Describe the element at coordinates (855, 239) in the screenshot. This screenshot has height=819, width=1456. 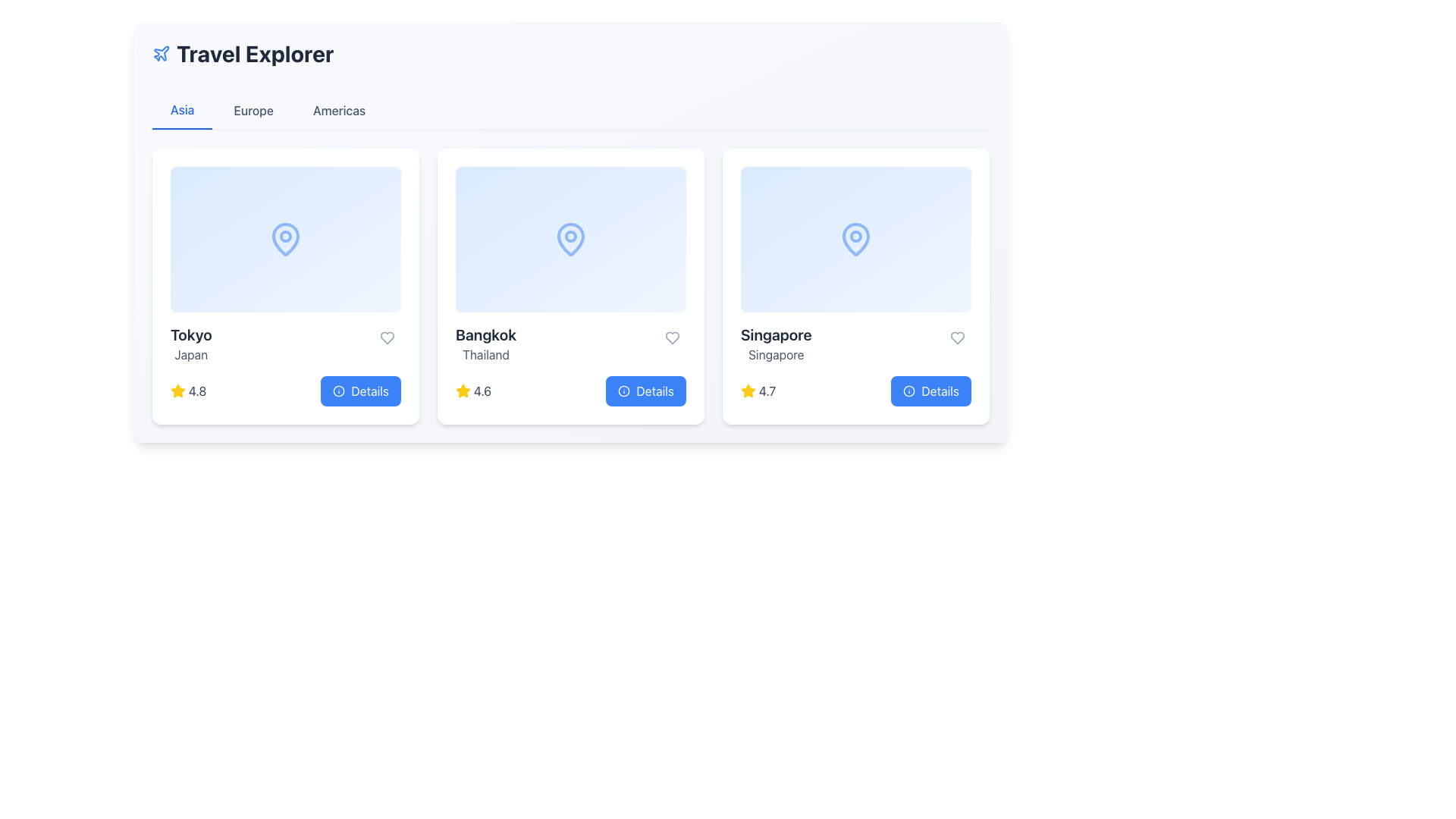
I see `the location marker icon located within the rightmost card labeled 'Singapore', which is positioned beneath a blue rectangular area` at that location.